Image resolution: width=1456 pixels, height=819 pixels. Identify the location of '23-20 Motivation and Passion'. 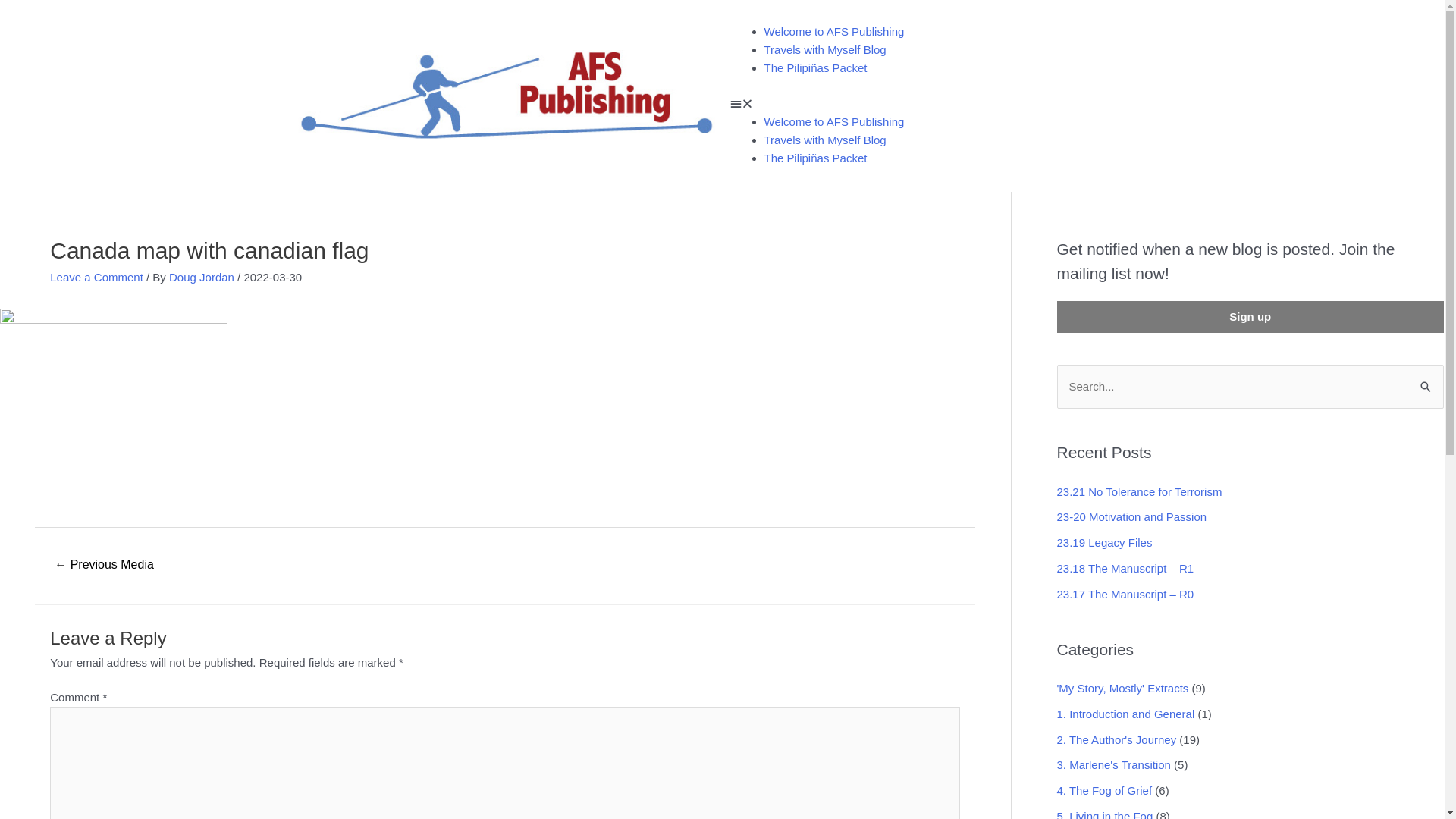
(1131, 516).